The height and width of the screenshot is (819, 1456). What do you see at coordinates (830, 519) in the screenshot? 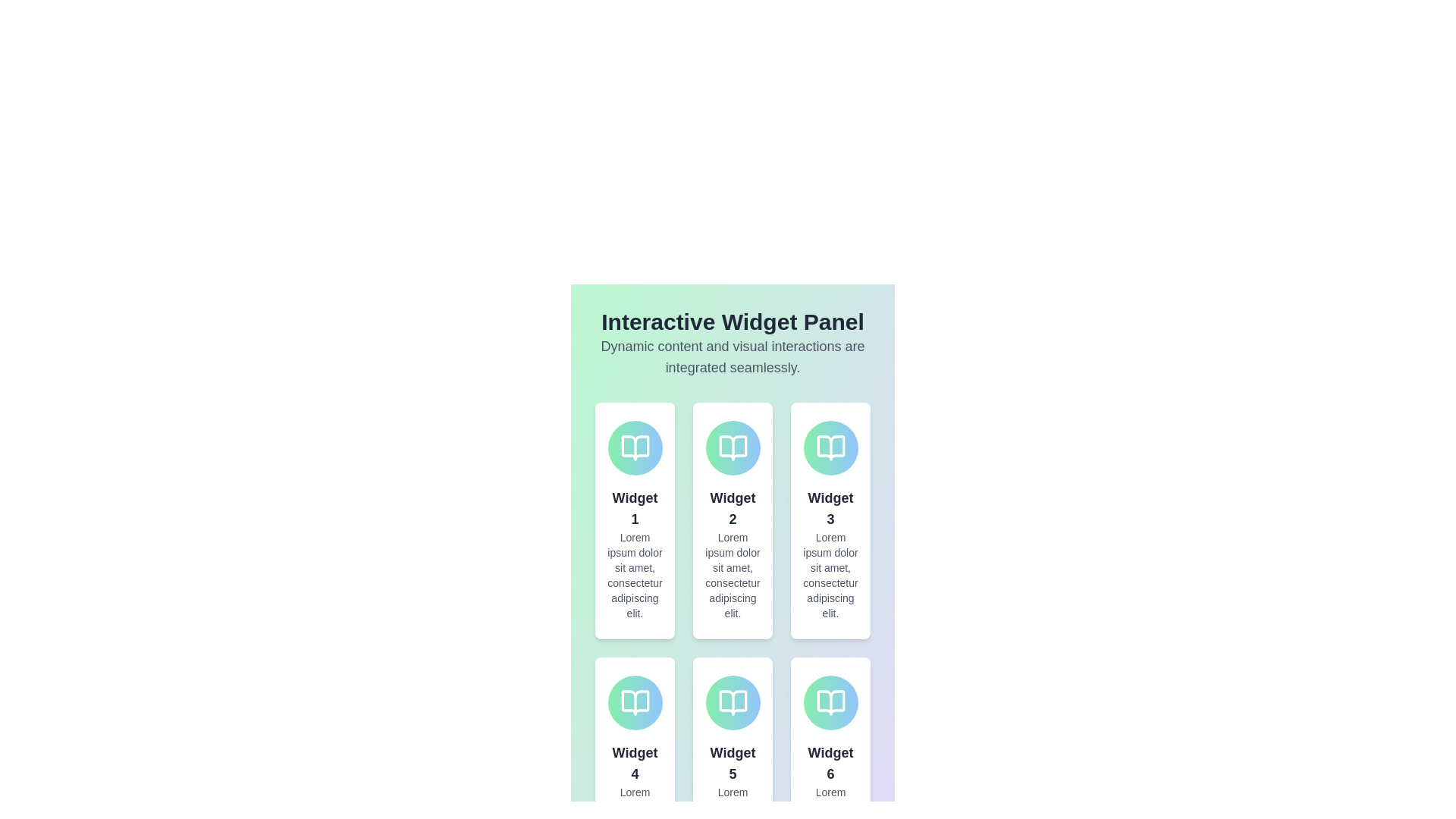
I see `the 'Widget 3' card, which is a vertically-oriented rectangular card with a white background, rounded corners, and a gradient-filled circular icon at the top` at bounding box center [830, 519].